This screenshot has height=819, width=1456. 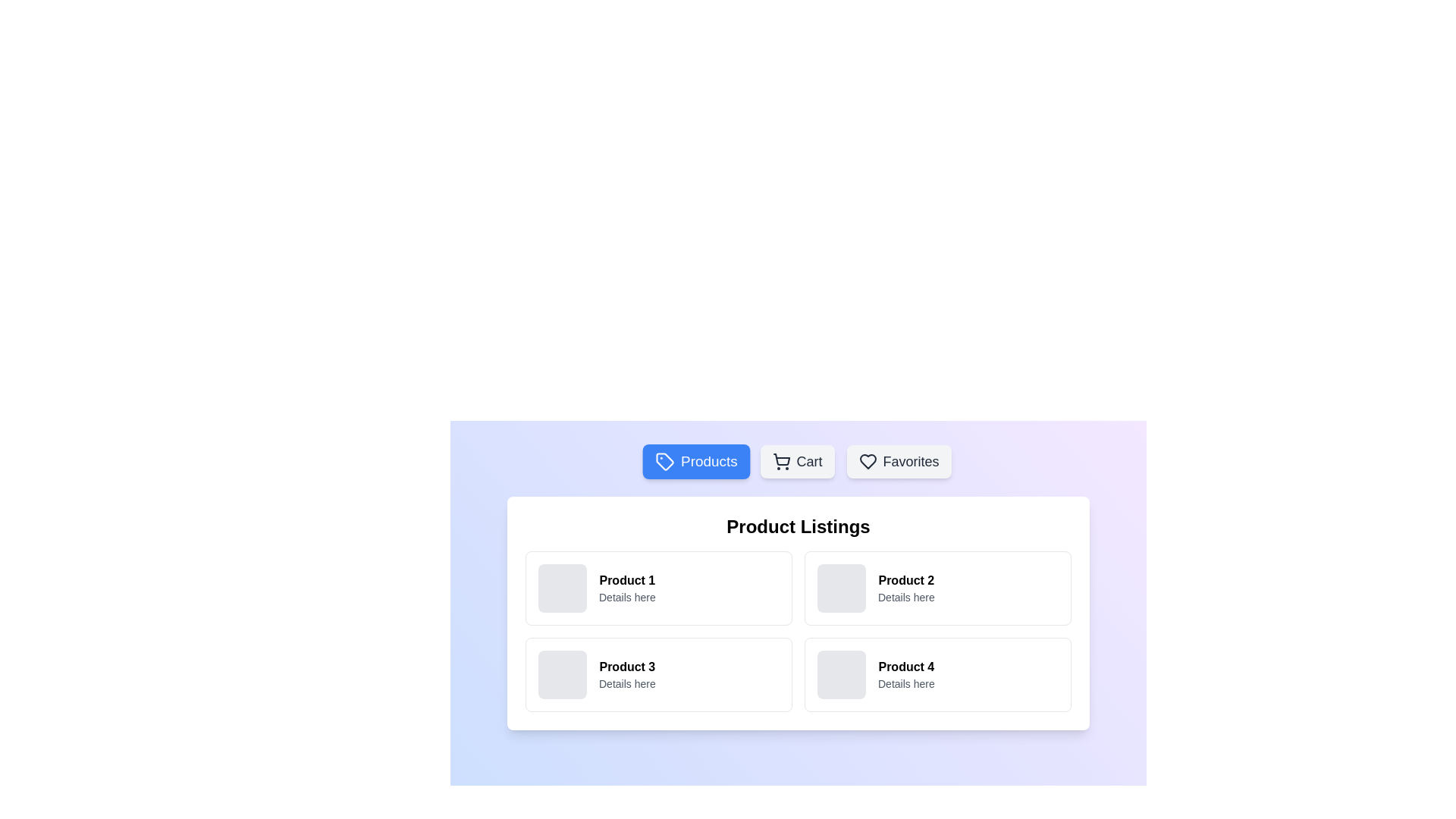 What do you see at coordinates (627, 596) in the screenshot?
I see `the descriptive text label located directly below the 'Product 1' label in the upper-left cell of the product grid layout, which provides additional information about the product` at bounding box center [627, 596].